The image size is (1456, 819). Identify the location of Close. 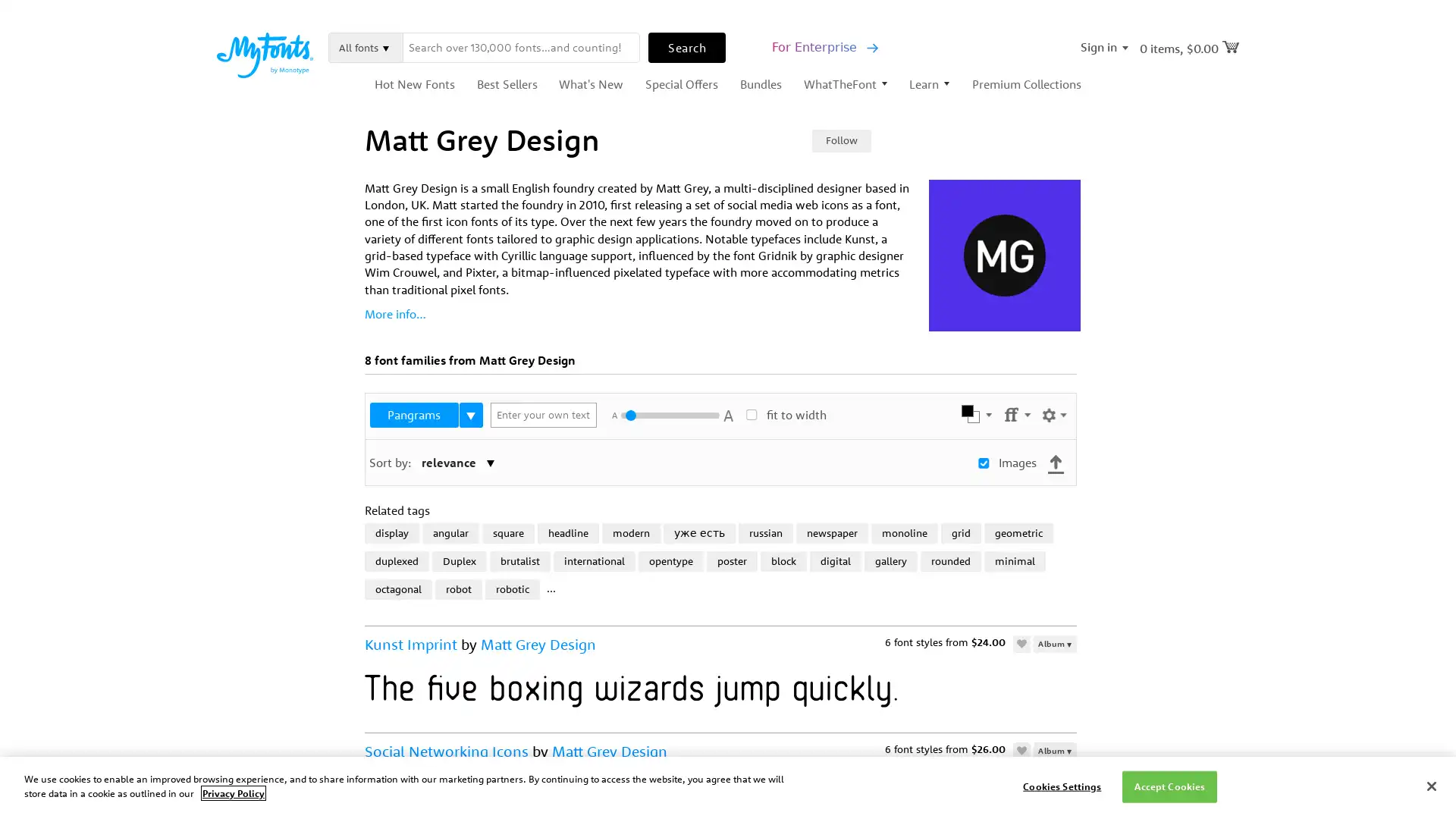
(1430, 785).